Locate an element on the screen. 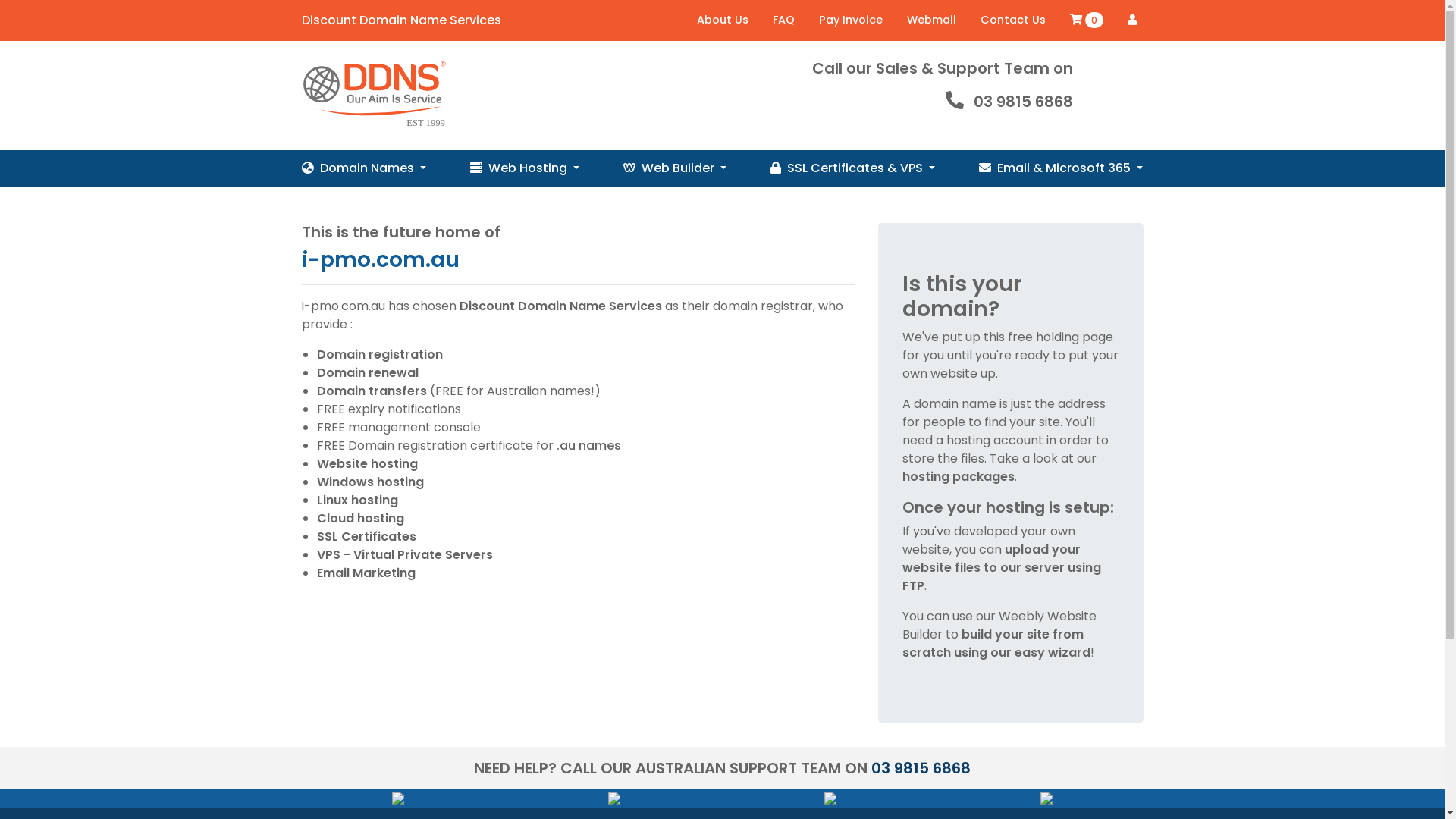 Image resolution: width=1456 pixels, height=819 pixels. 'Domain registration' is located at coordinates (315, 354).